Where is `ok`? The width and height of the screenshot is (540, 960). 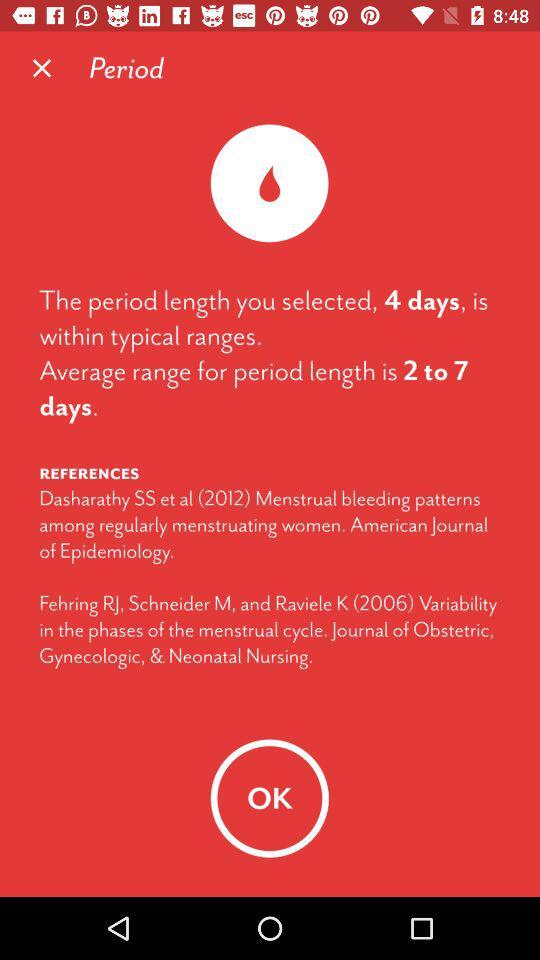
ok is located at coordinates (269, 798).